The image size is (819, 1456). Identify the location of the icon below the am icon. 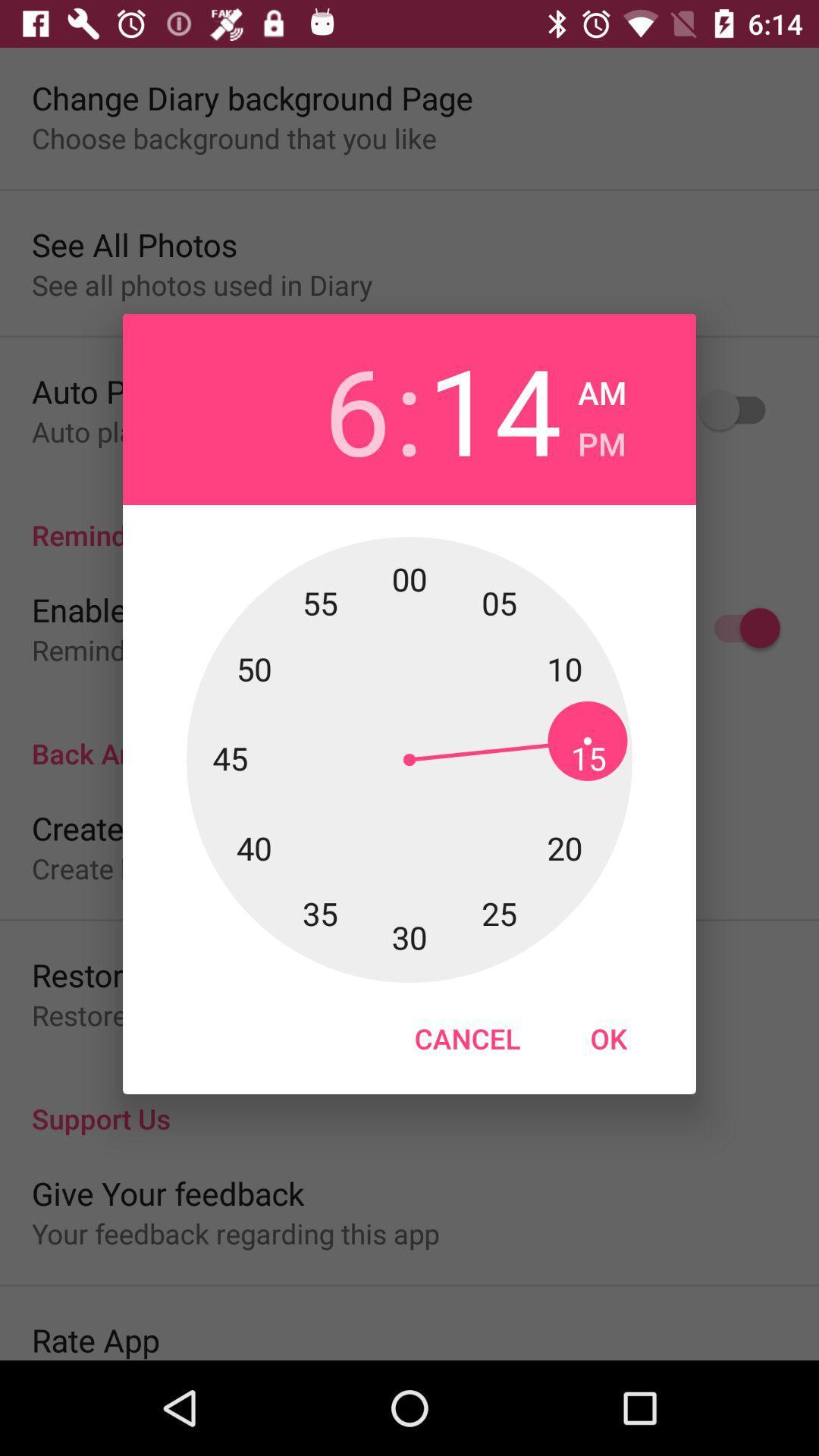
(601, 438).